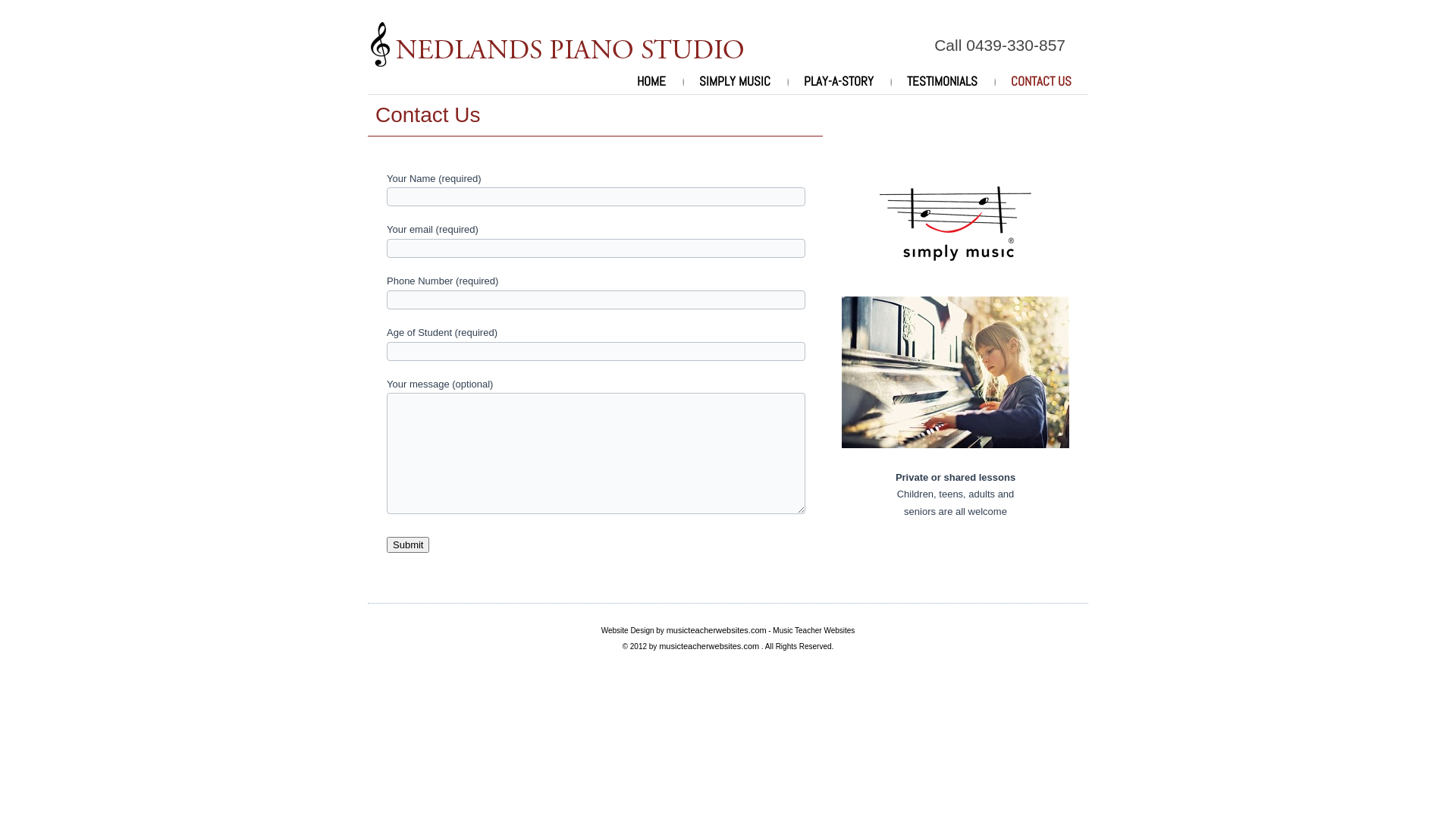  I want to click on 'PLAY-A-STORY', so click(837, 81).